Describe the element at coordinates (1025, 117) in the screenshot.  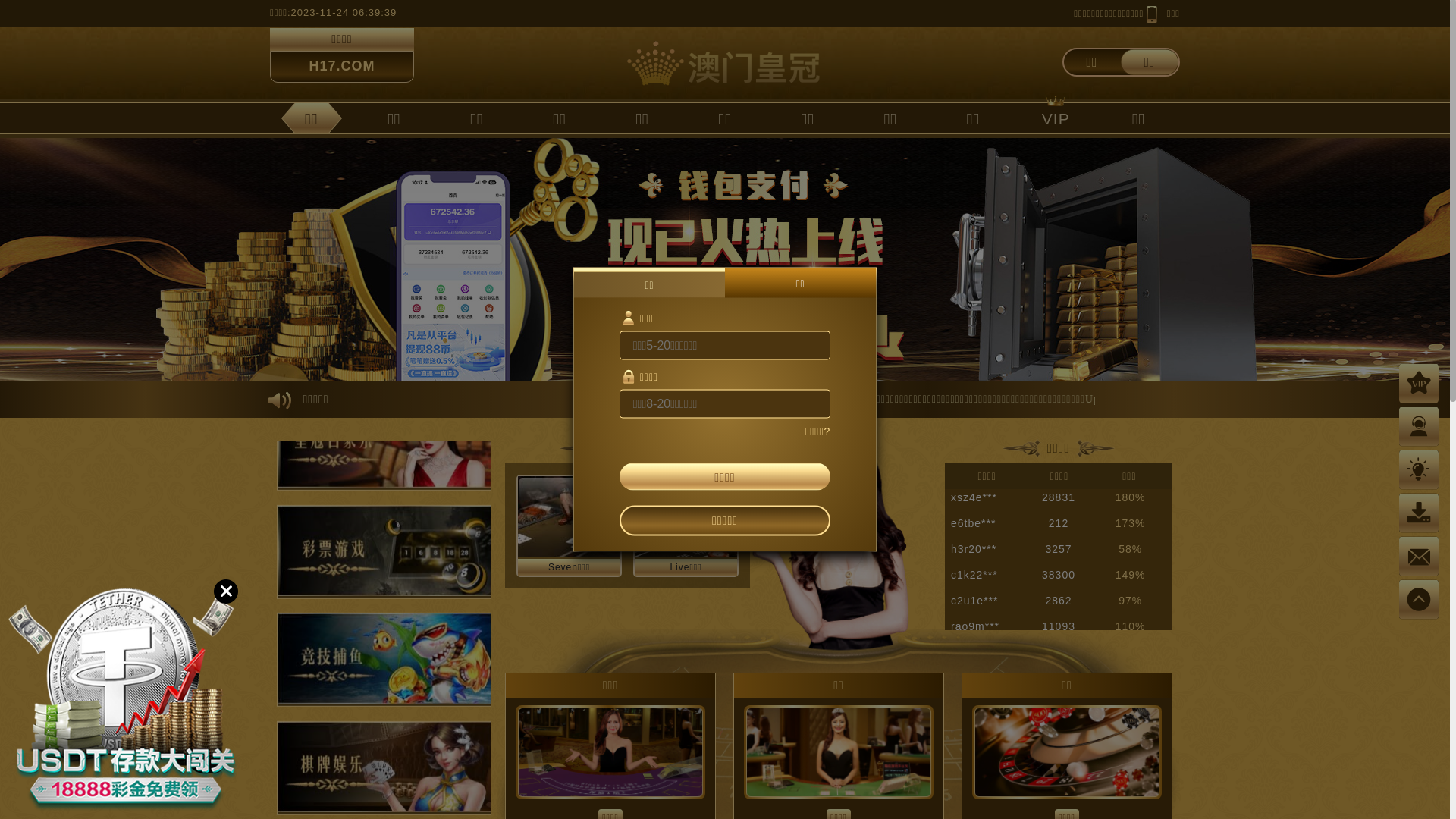
I see `'VIP'` at that location.